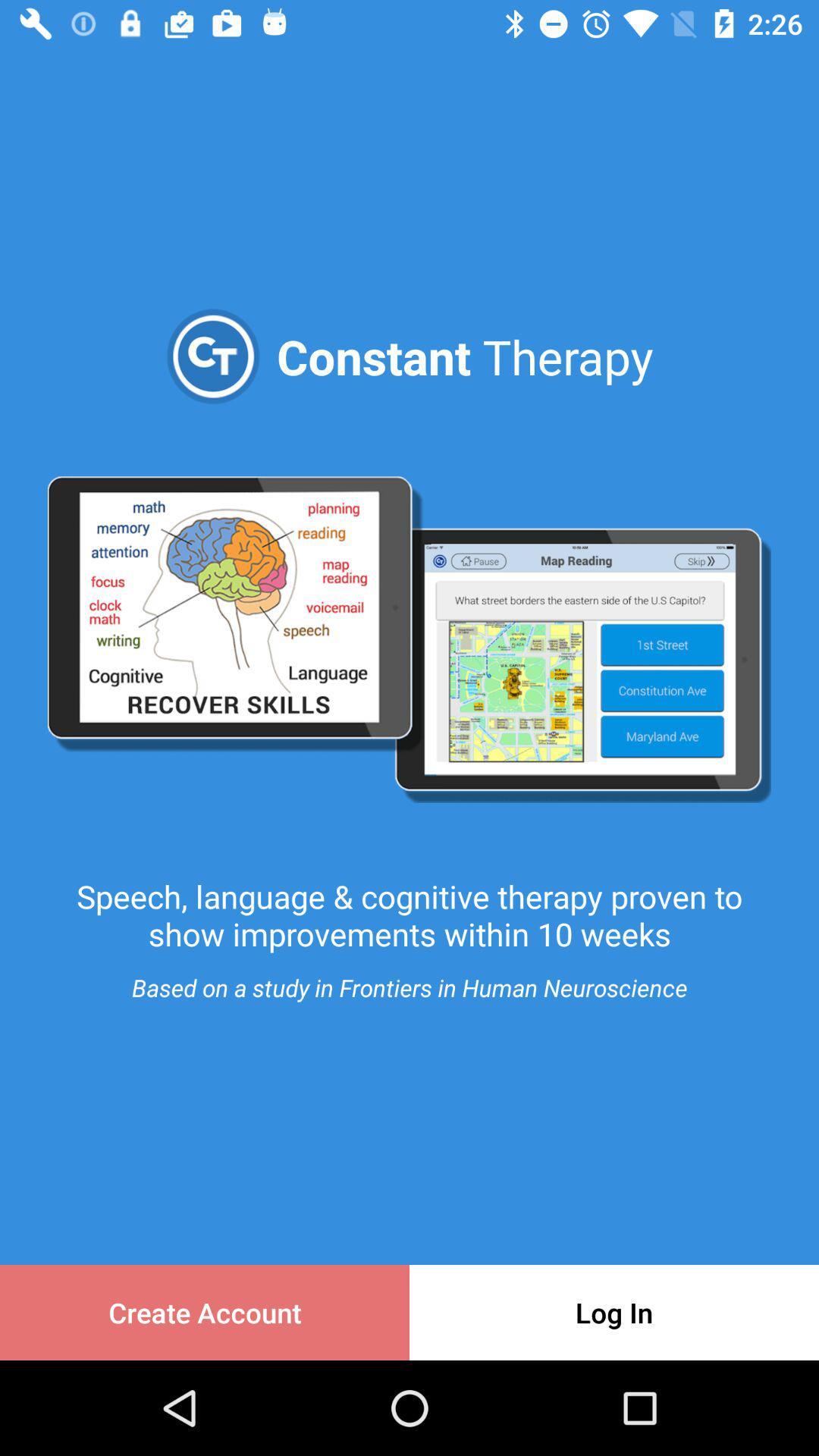 This screenshot has height=1456, width=819. Describe the element at coordinates (614, 1312) in the screenshot. I see `the icon next to create account item` at that location.